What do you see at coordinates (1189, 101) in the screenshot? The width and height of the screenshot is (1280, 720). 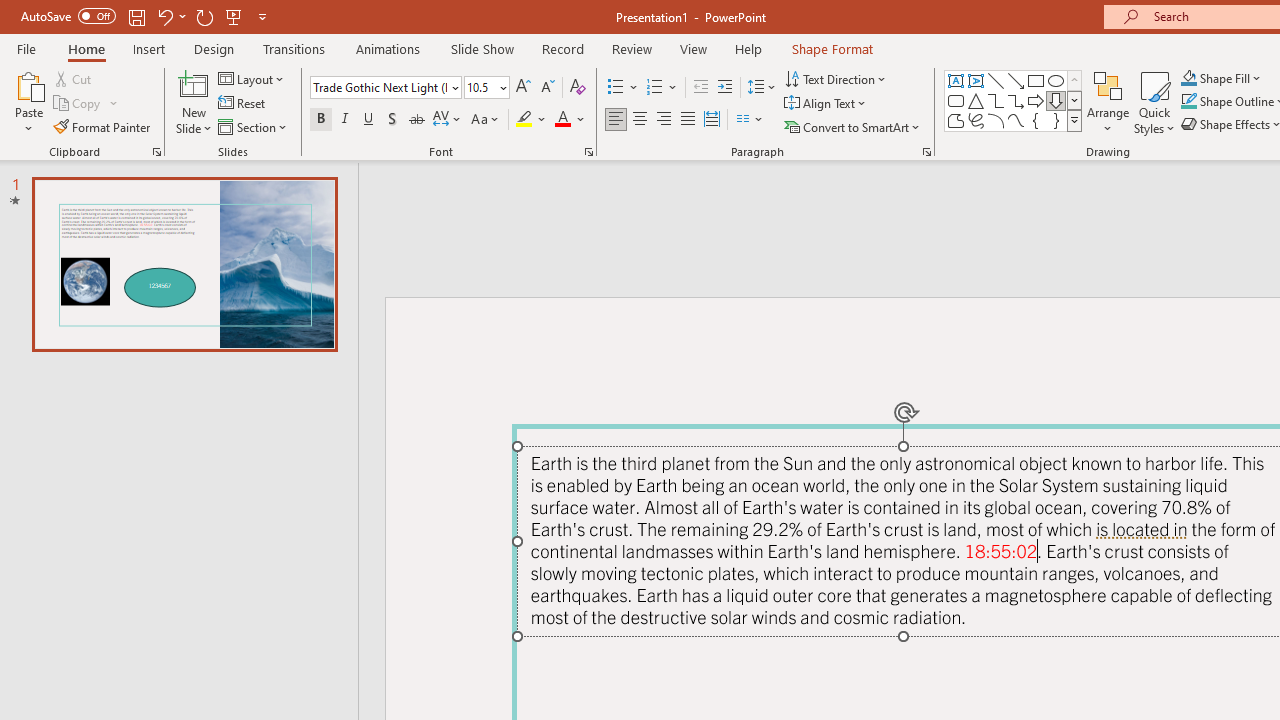 I see `'Shape Outline Teal, Accent 1'` at bounding box center [1189, 101].